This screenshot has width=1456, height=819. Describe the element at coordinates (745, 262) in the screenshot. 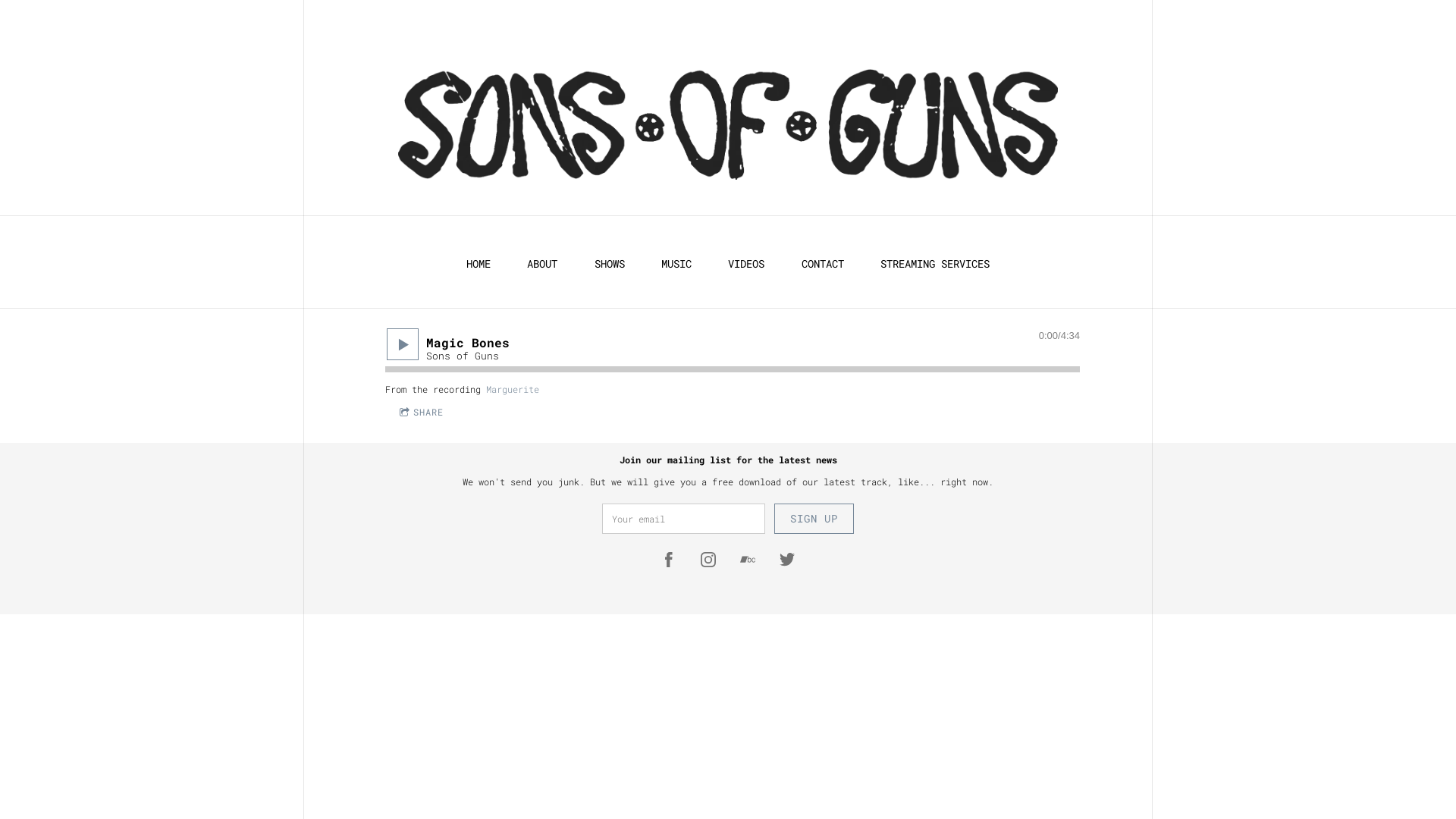

I see `'VIDEOS'` at that location.